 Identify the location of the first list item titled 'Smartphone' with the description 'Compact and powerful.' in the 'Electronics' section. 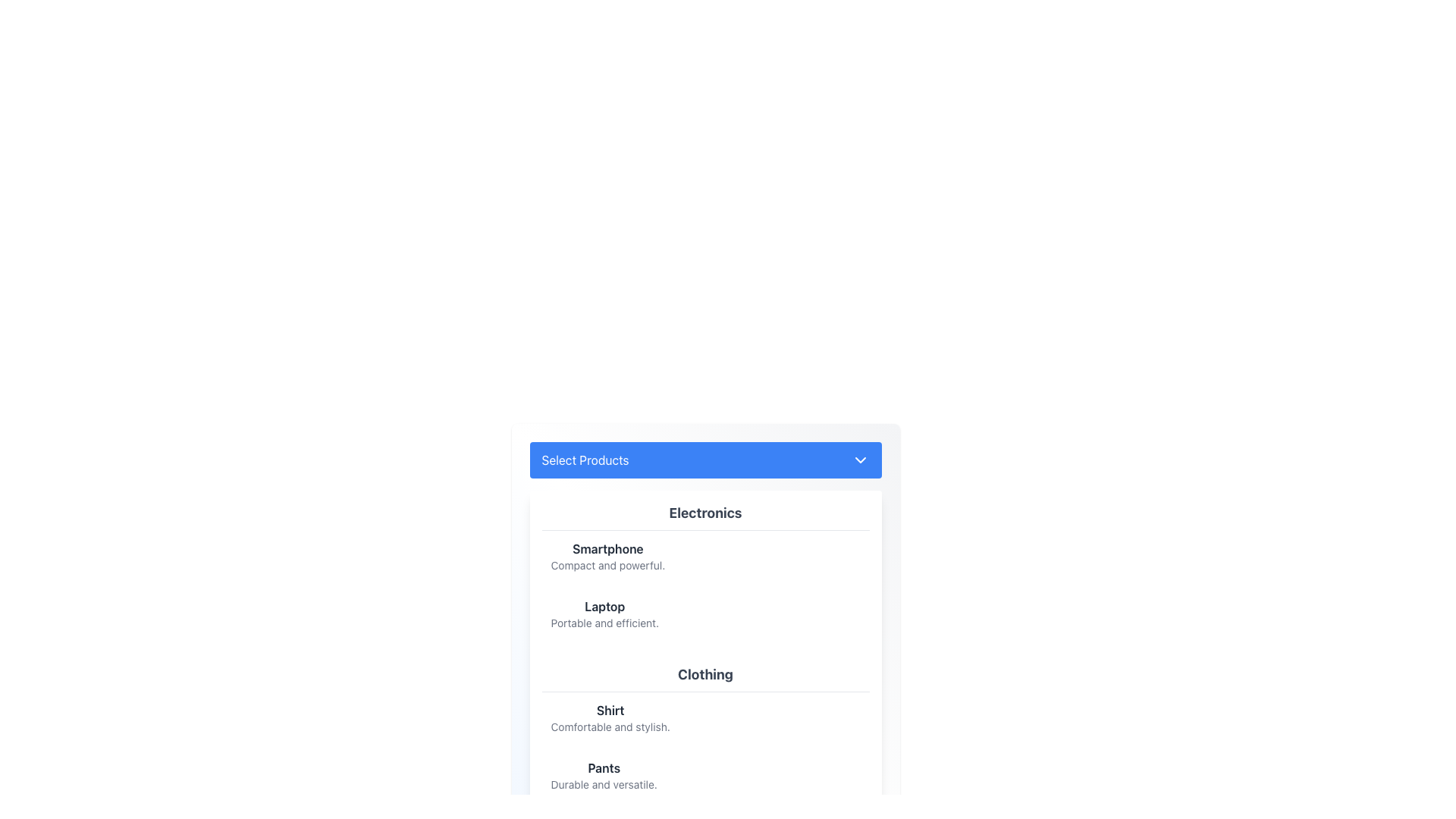
(704, 556).